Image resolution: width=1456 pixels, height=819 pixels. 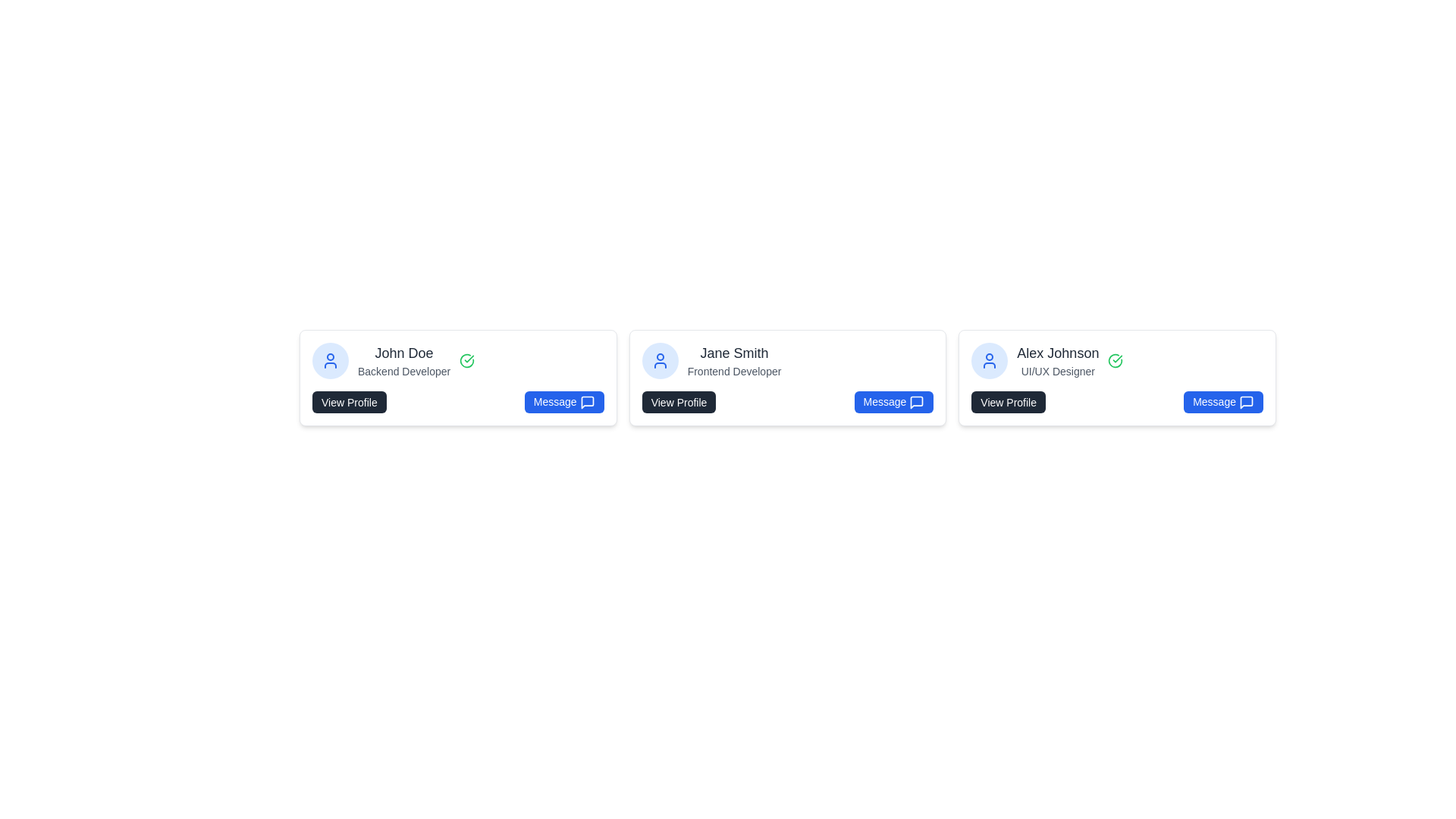 What do you see at coordinates (1057, 353) in the screenshot?
I see `text label displaying the name 'Alex Johnson', which is prominently styled in bold, large dark gray font at the top of the profile card` at bounding box center [1057, 353].